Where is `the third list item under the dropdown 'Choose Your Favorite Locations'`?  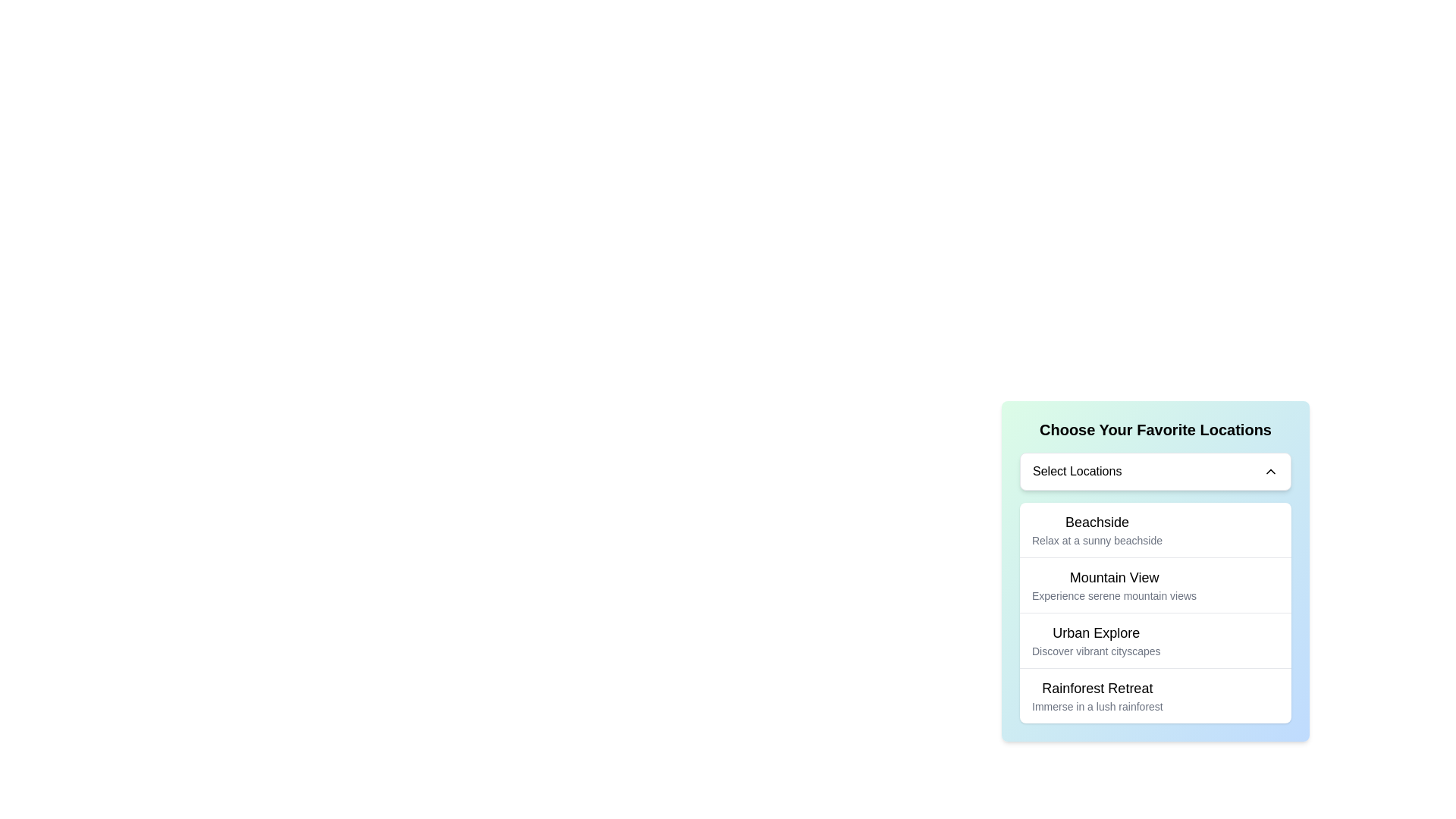 the third list item under the dropdown 'Choose Your Favorite Locations' is located at coordinates (1154, 640).